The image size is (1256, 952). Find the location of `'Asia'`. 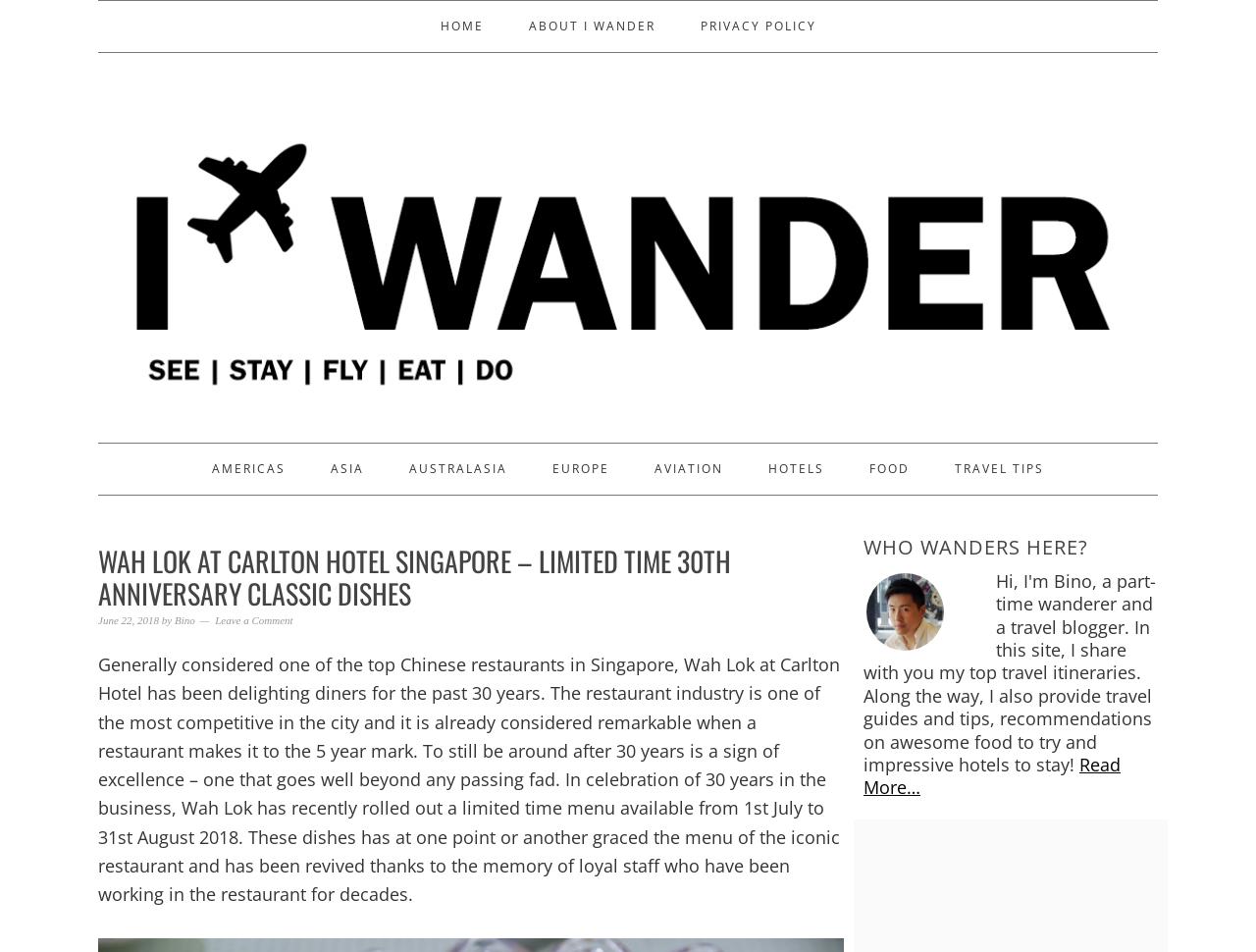

'Asia' is located at coordinates (347, 466).